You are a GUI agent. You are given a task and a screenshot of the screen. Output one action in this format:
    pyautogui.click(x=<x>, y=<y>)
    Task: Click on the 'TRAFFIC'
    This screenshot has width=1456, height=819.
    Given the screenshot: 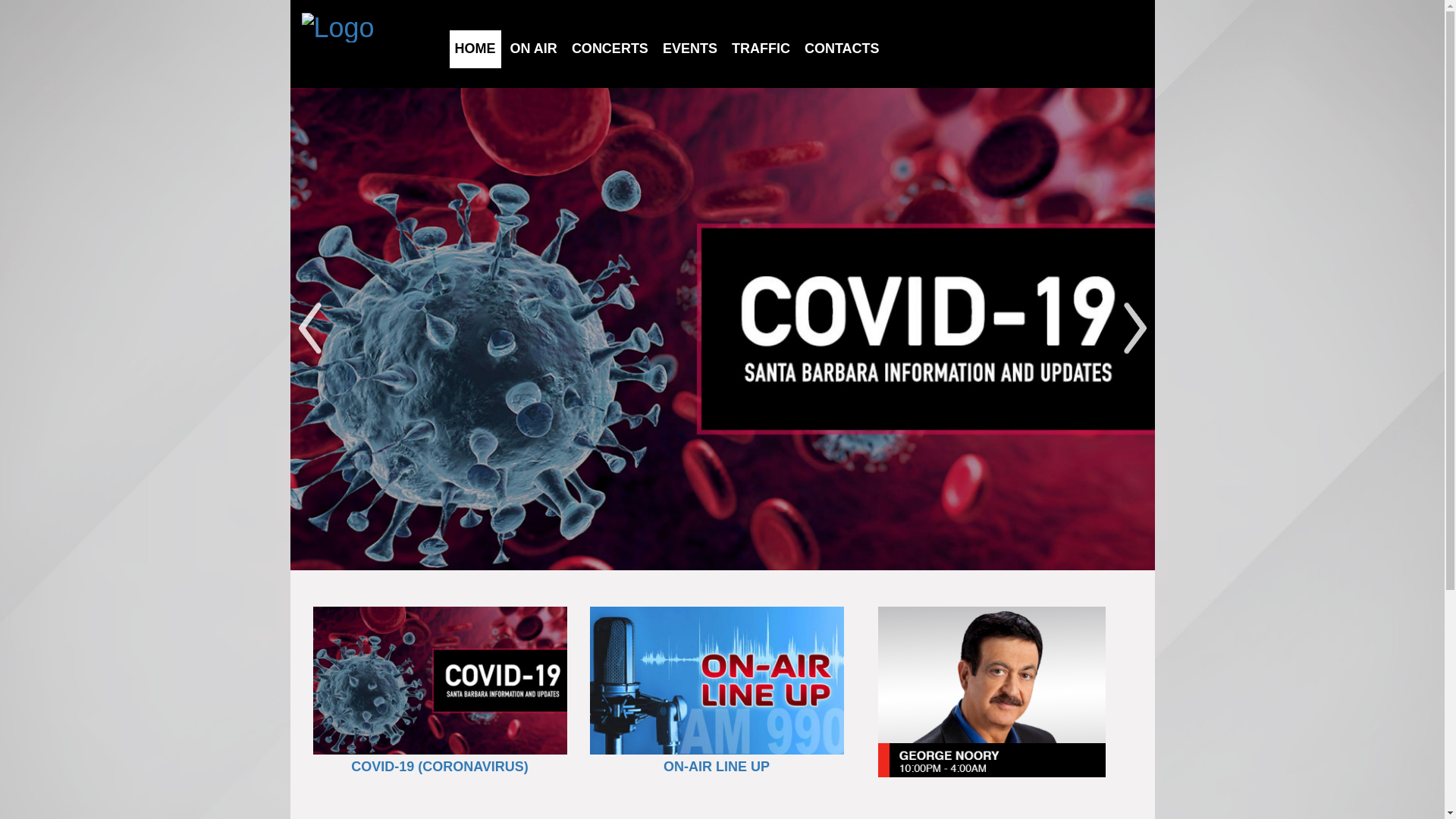 What is the action you would take?
    pyautogui.click(x=761, y=48)
    